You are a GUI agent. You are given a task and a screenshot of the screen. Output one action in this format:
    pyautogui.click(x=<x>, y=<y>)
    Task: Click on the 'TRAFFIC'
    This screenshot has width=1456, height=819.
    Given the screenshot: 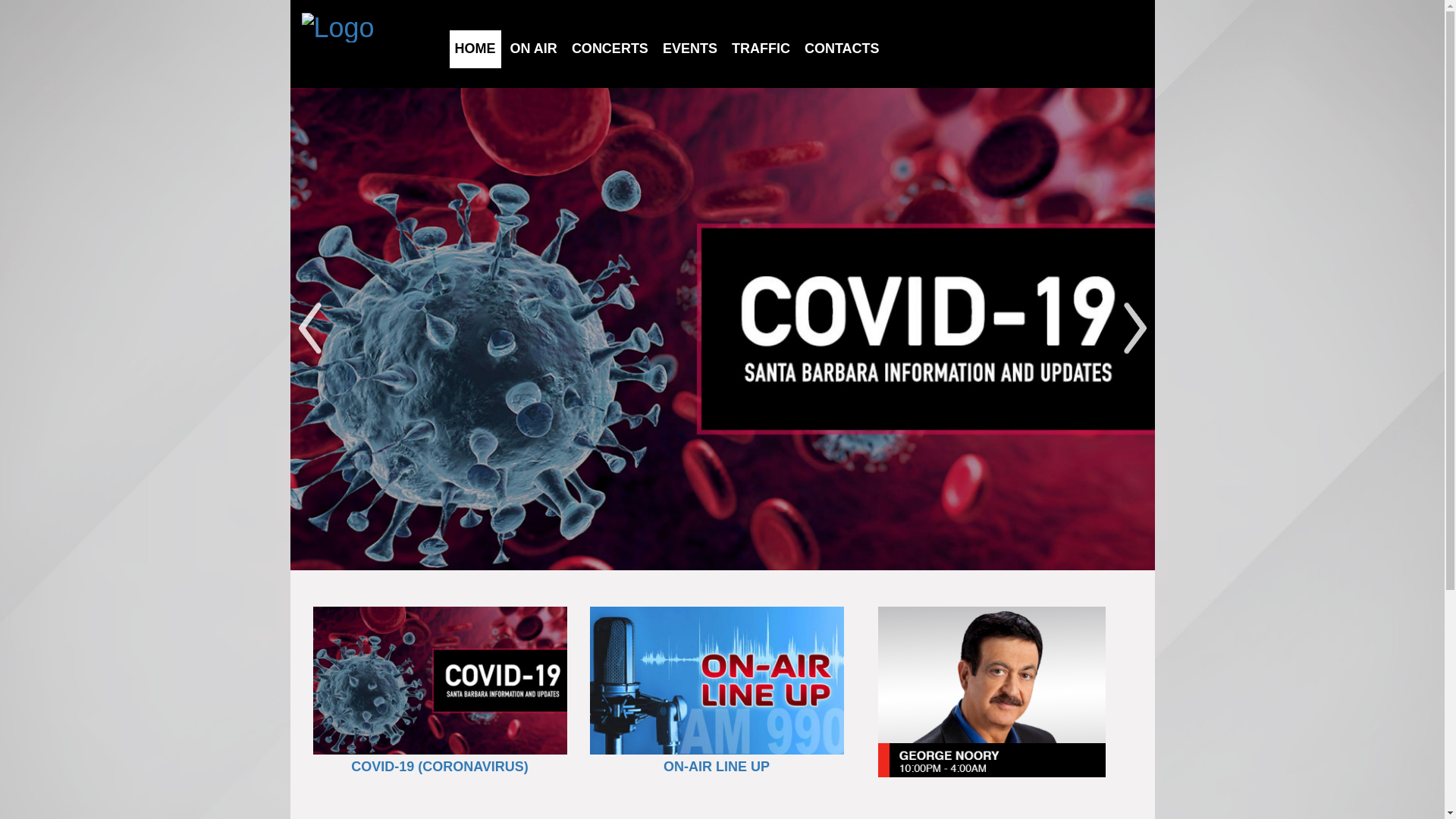 What is the action you would take?
    pyautogui.click(x=761, y=48)
    